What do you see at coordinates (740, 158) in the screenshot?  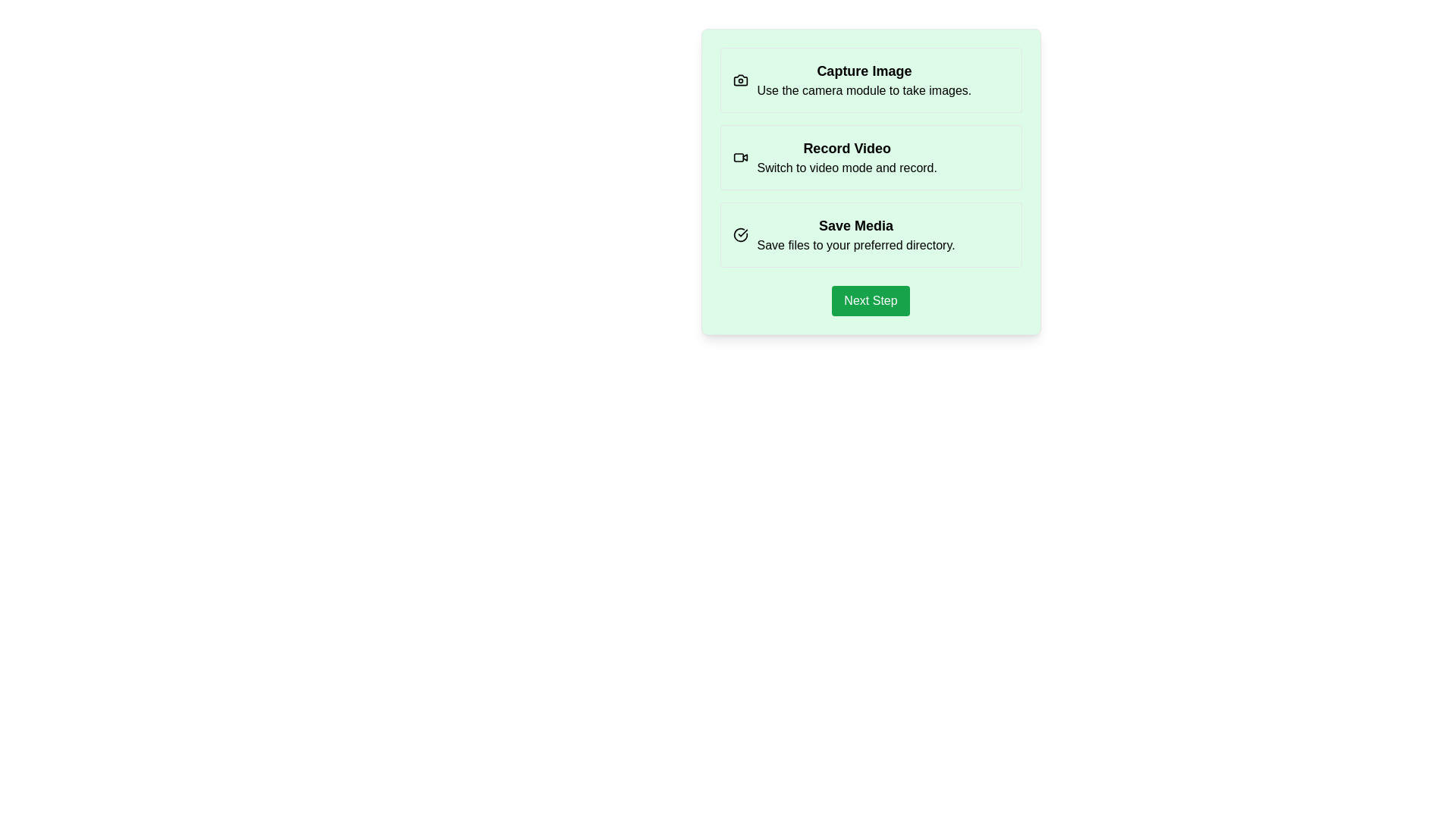 I see `the 'Record Video' icon, which is the first element in the second row of a vertical list of options, positioned to the left of the bold text 'Record Video'` at bounding box center [740, 158].